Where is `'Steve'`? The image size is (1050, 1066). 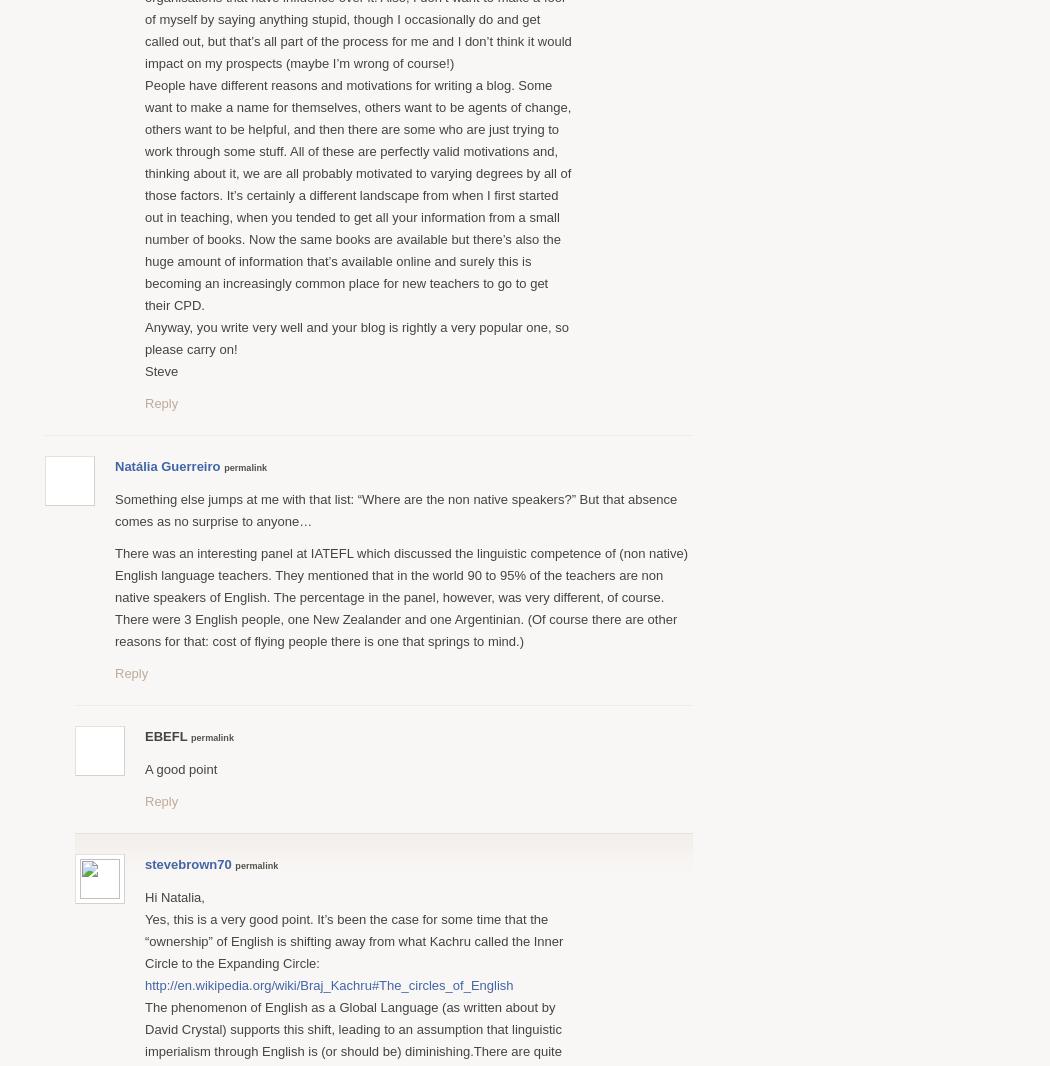
'Steve' is located at coordinates (161, 370).